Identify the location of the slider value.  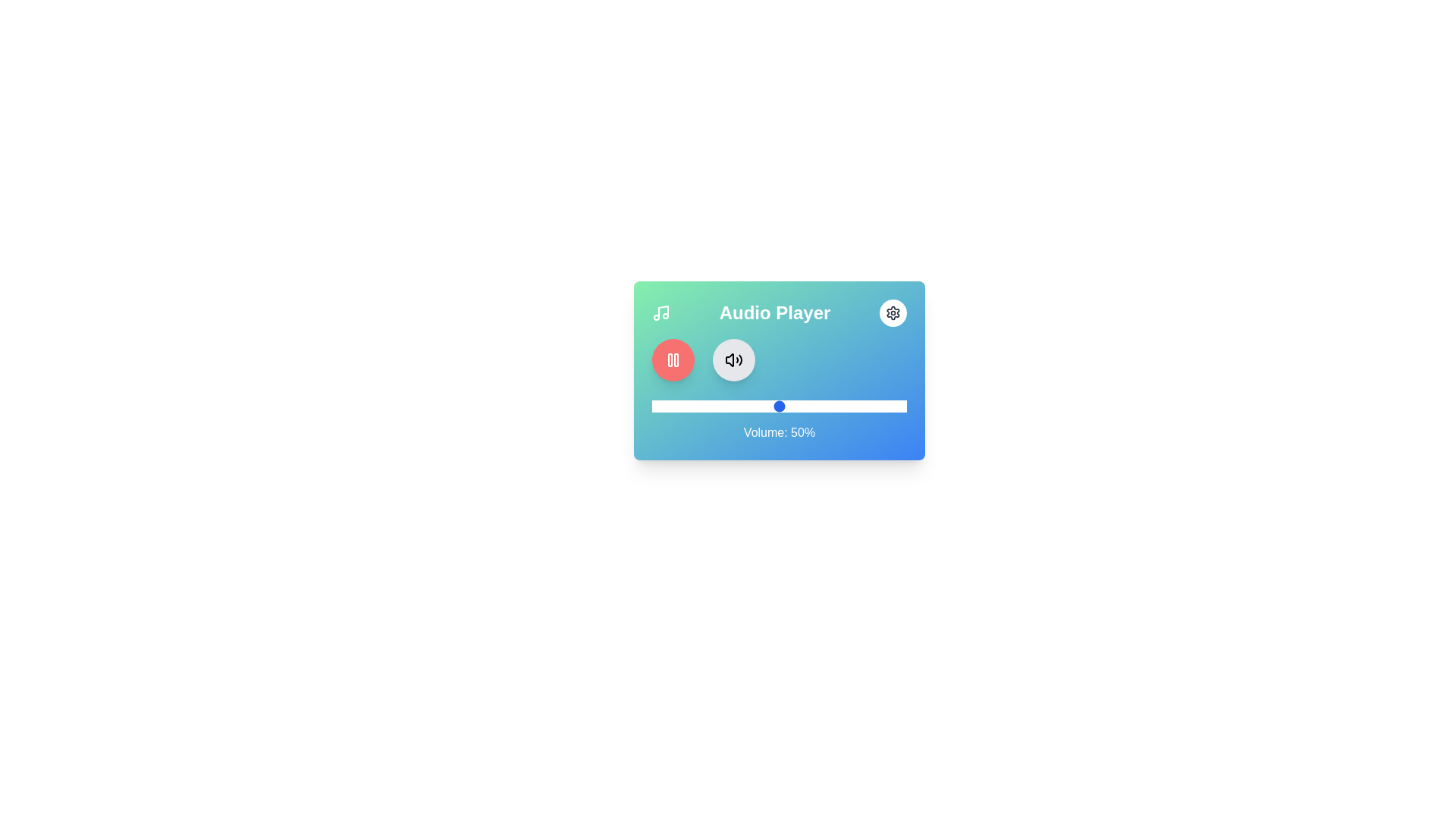
(687, 406).